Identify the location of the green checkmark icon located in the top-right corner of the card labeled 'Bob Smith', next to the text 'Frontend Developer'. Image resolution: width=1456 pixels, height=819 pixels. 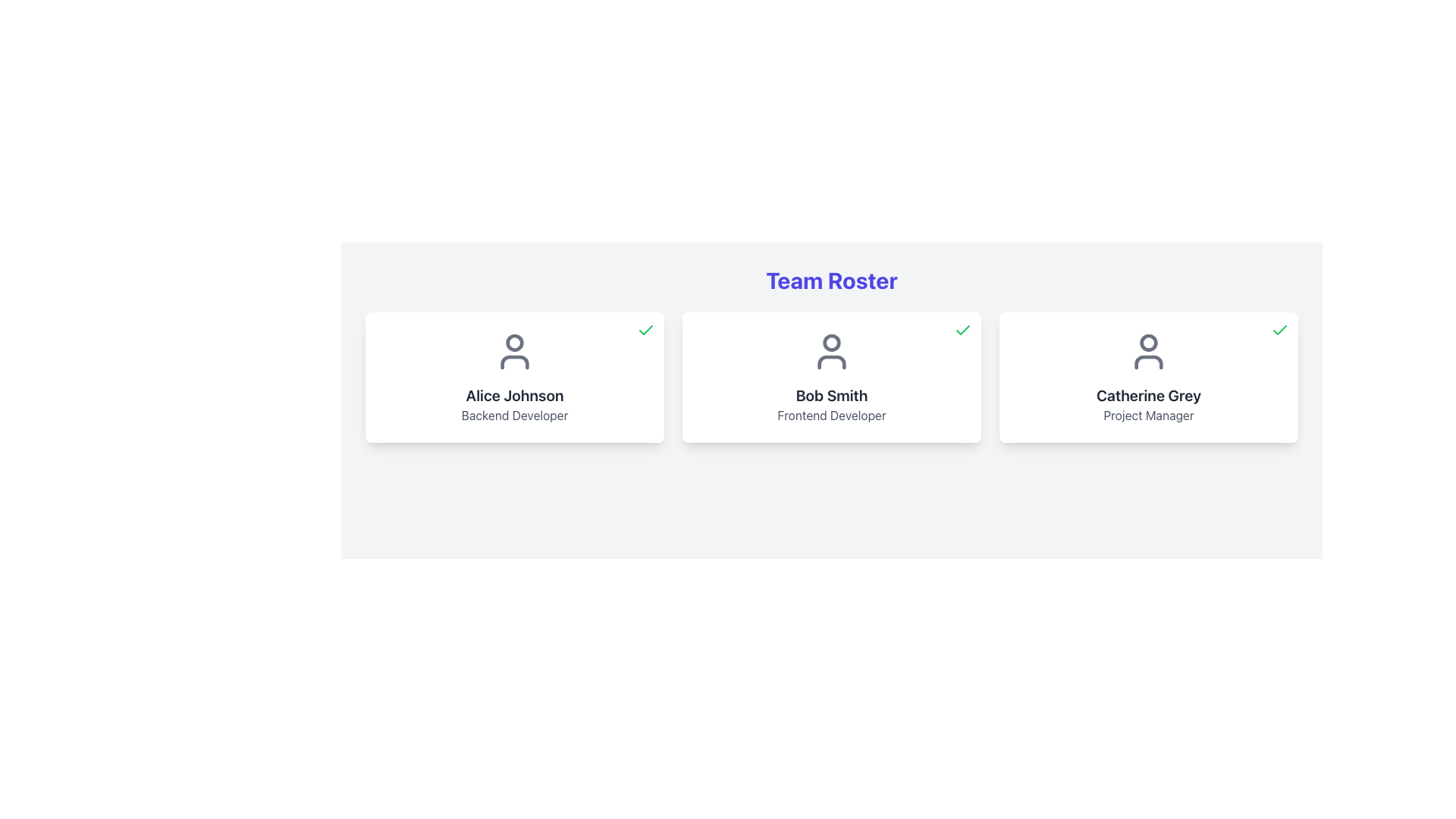
(962, 329).